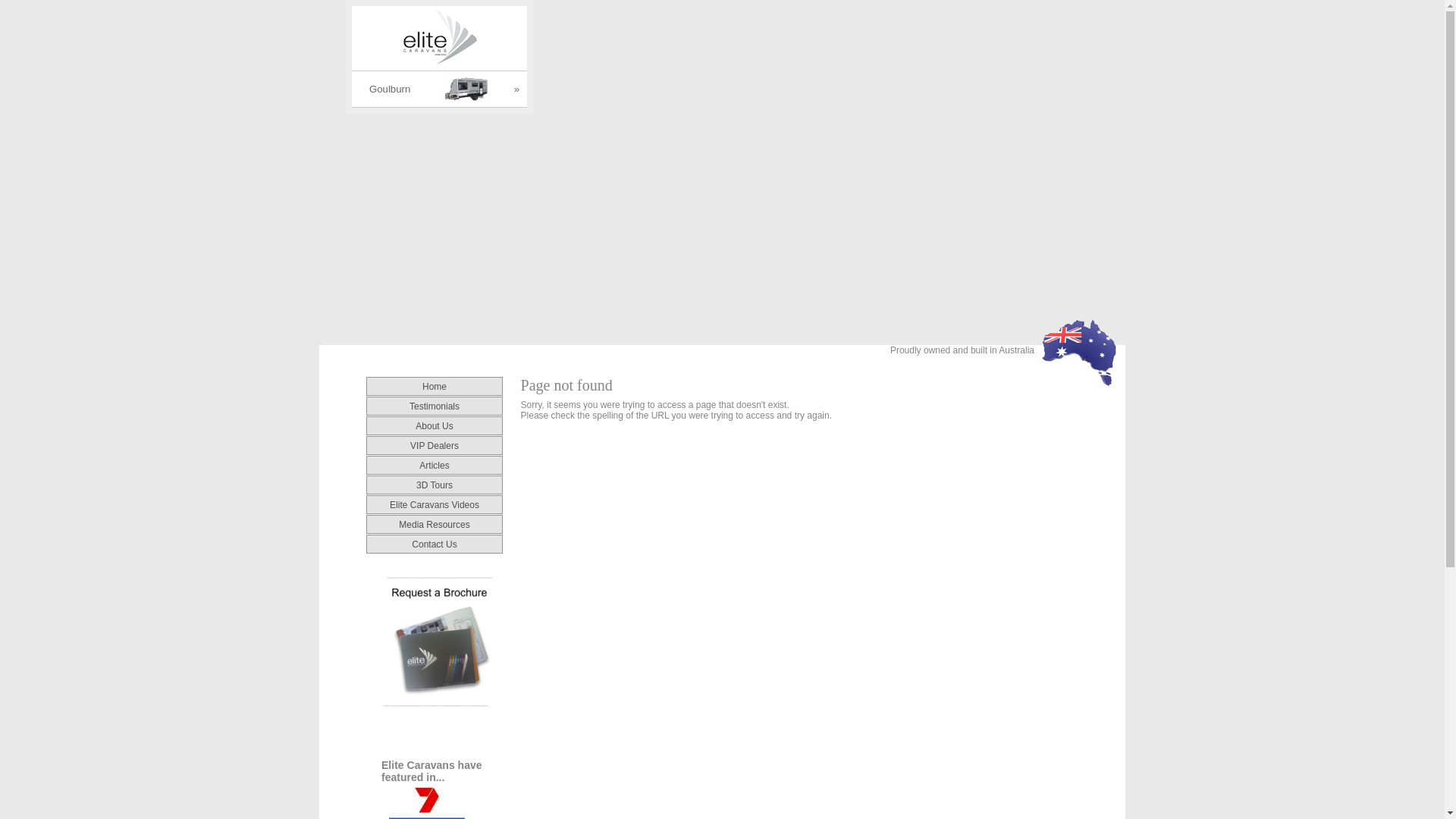 This screenshot has height=819, width=1456. Describe the element at coordinates (433, 485) in the screenshot. I see `'3D Tours'` at that location.